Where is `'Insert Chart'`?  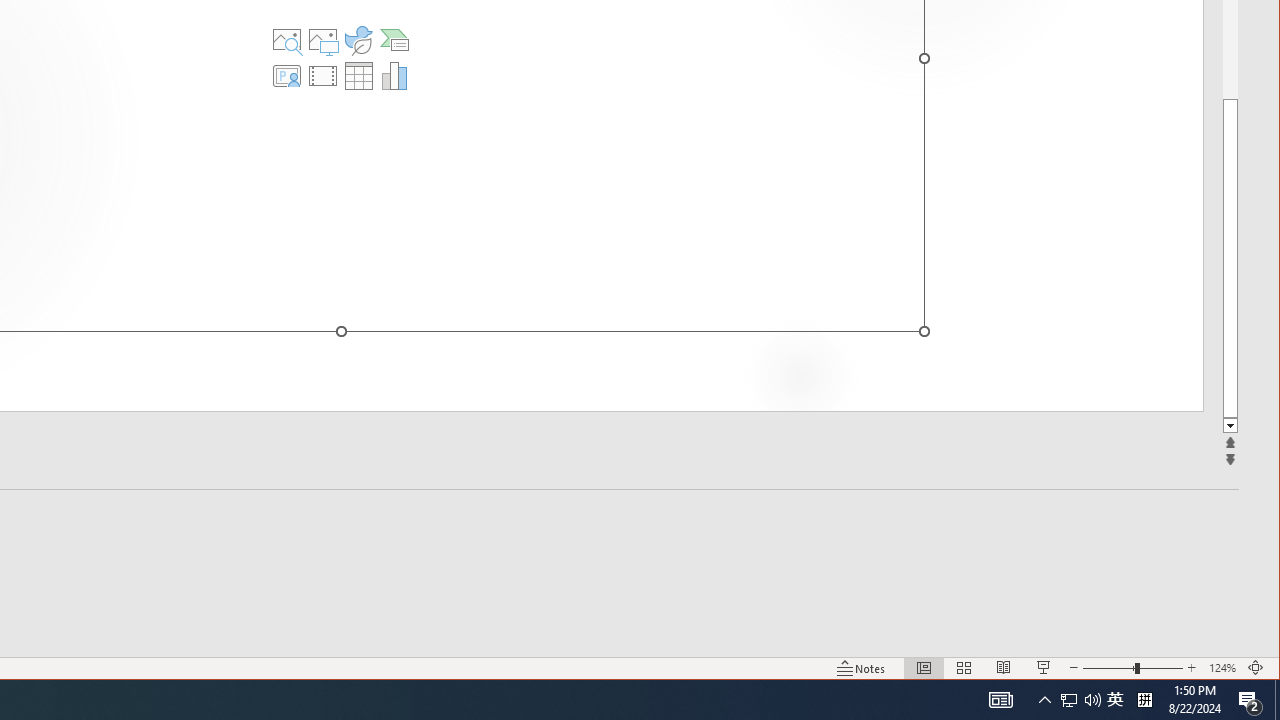 'Insert Chart' is located at coordinates (394, 74).